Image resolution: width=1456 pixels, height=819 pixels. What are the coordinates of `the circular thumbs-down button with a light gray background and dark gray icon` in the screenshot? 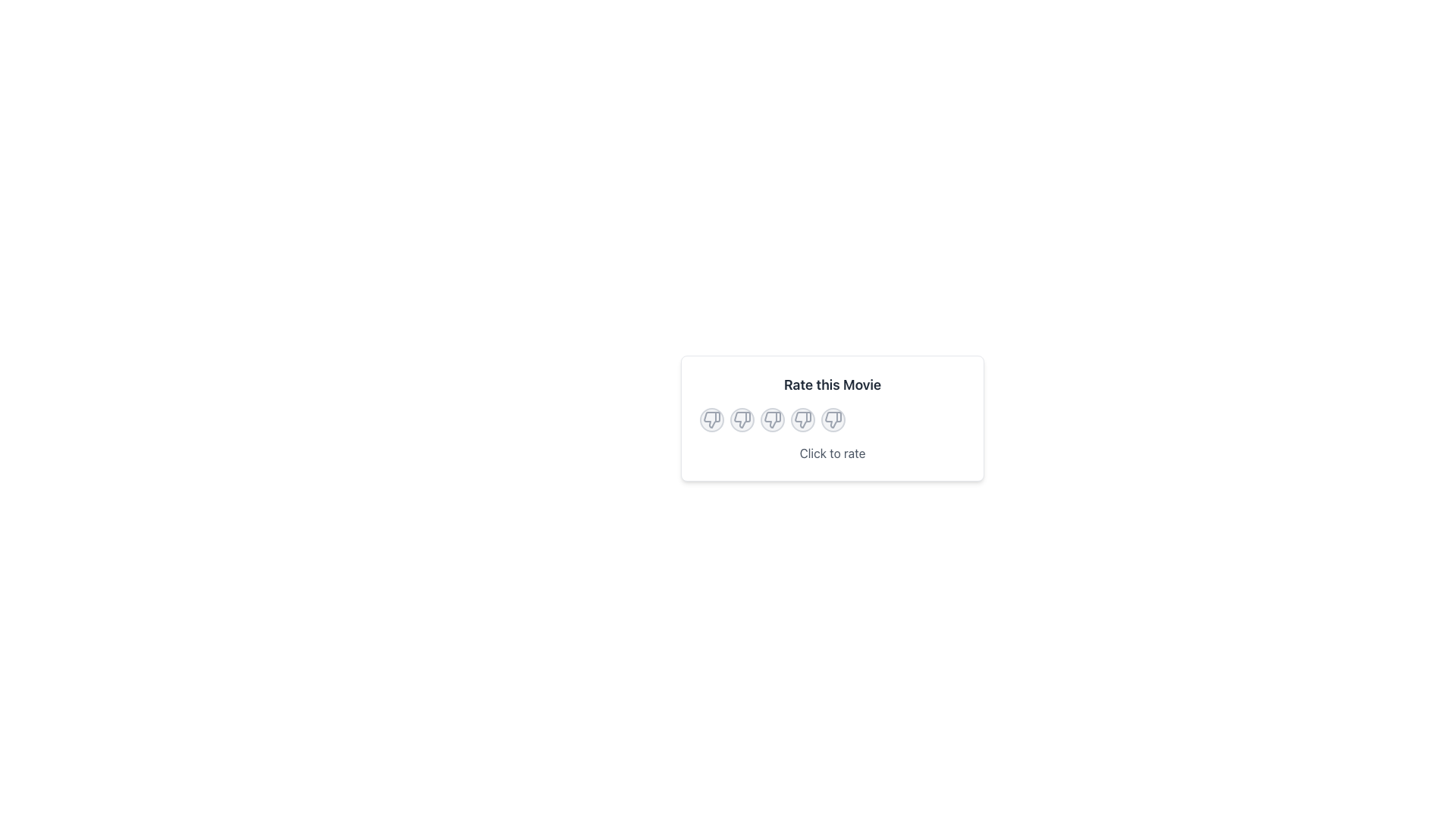 It's located at (742, 420).